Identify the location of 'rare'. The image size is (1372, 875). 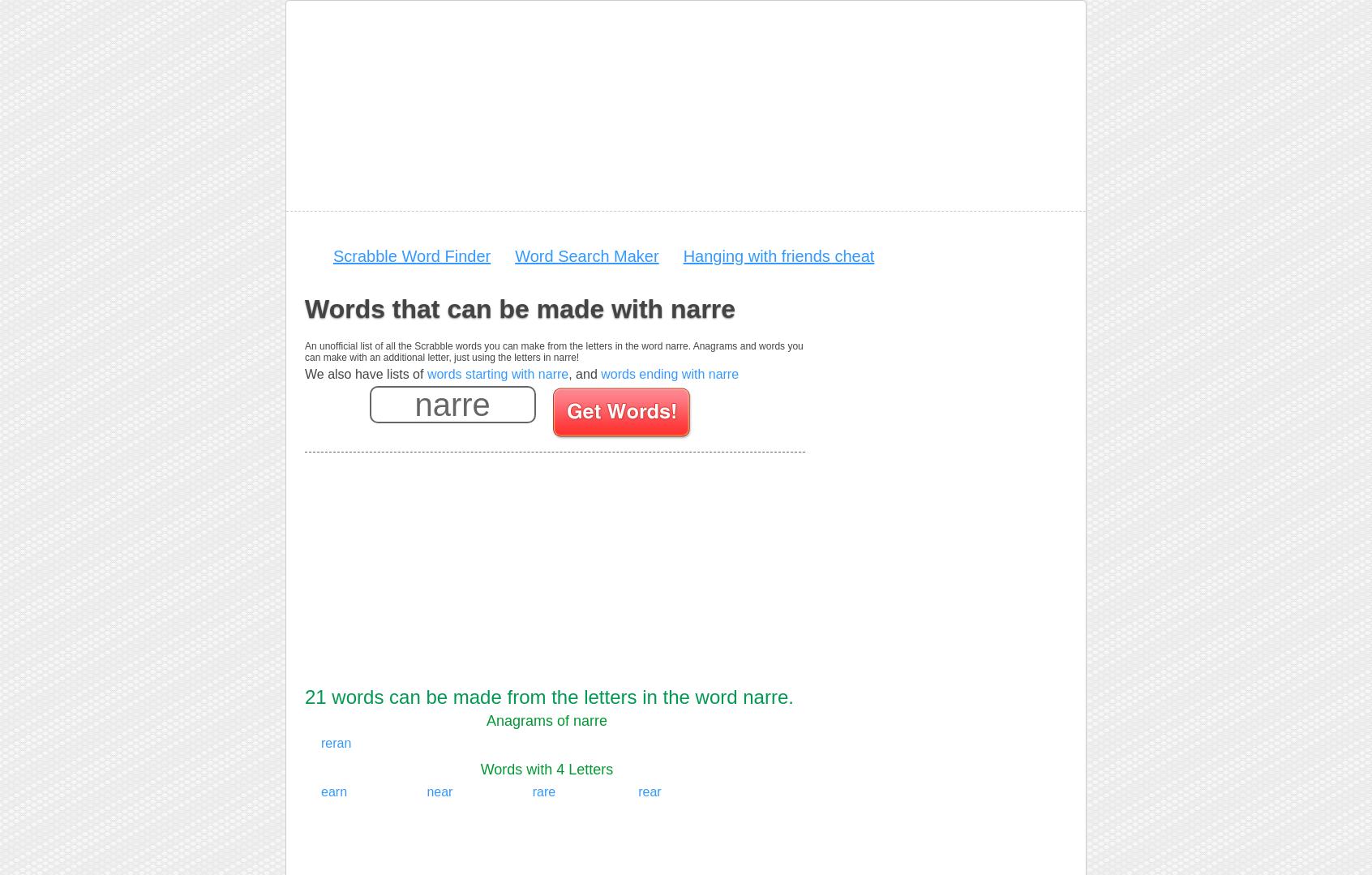
(543, 791).